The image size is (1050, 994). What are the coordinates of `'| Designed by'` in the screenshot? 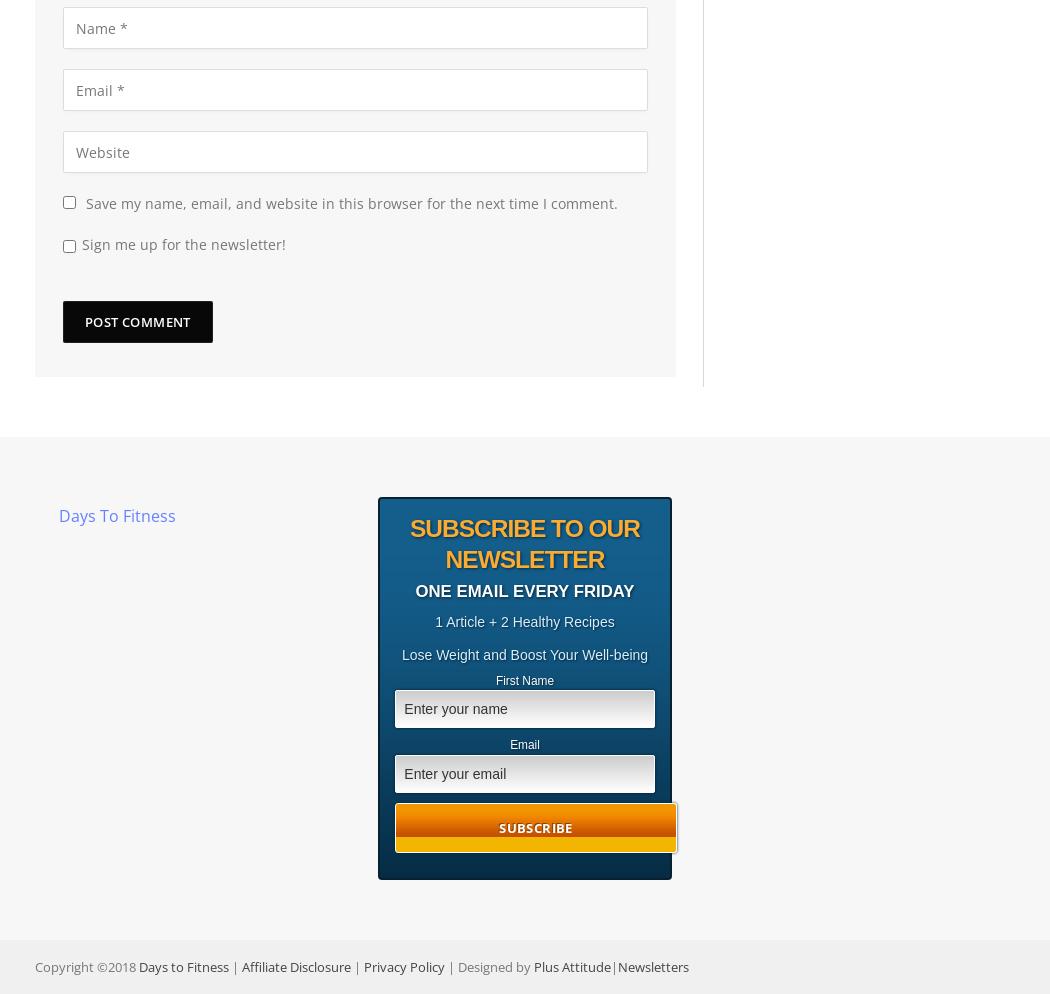 It's located at (488, 964).